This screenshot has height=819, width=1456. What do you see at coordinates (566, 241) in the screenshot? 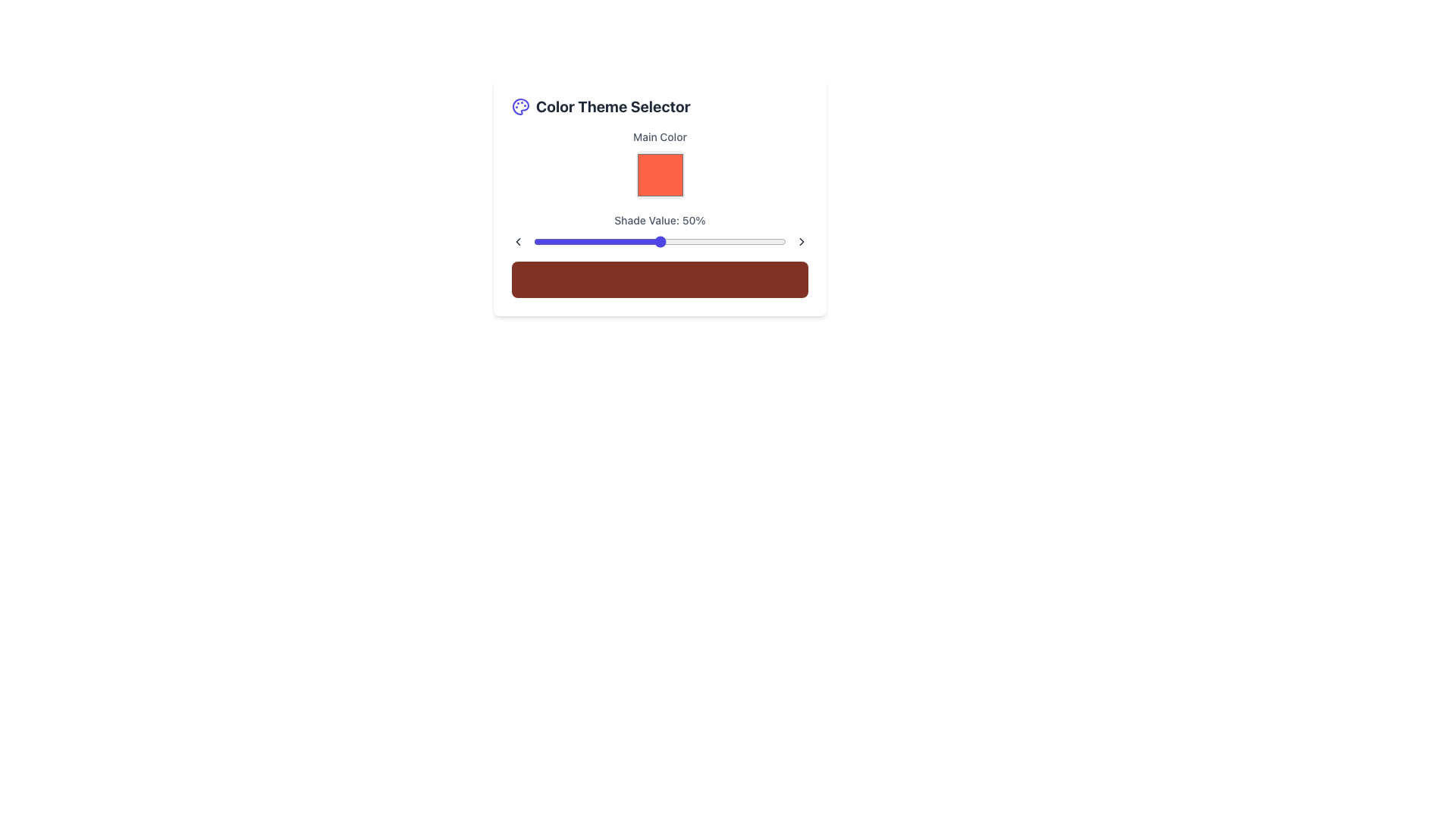
I see `the shade value` at bounding box center [566, 241].